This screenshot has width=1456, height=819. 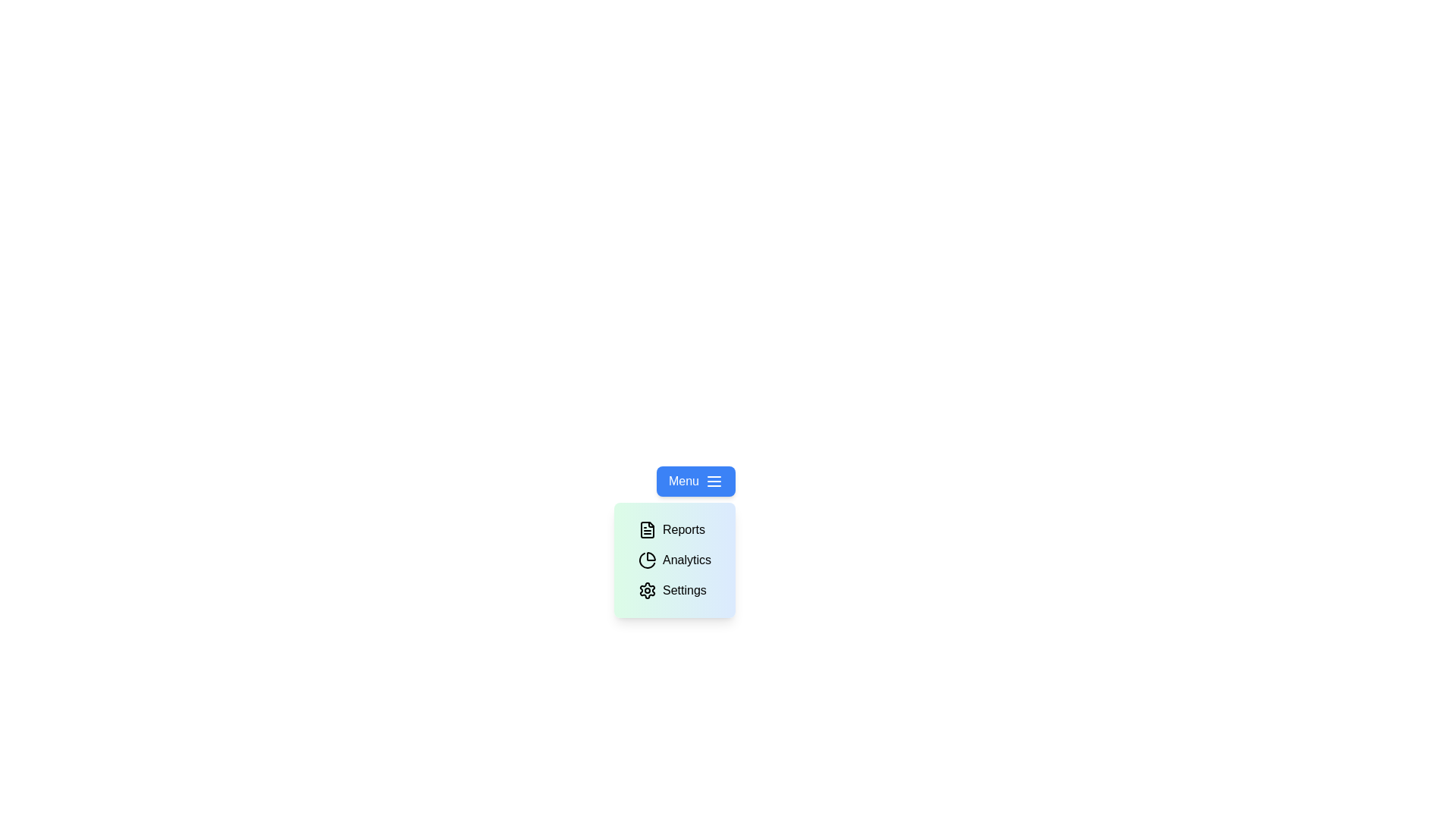 I want to click on the menu item Reports to observe its hover effect, so click(x=671, y=529).